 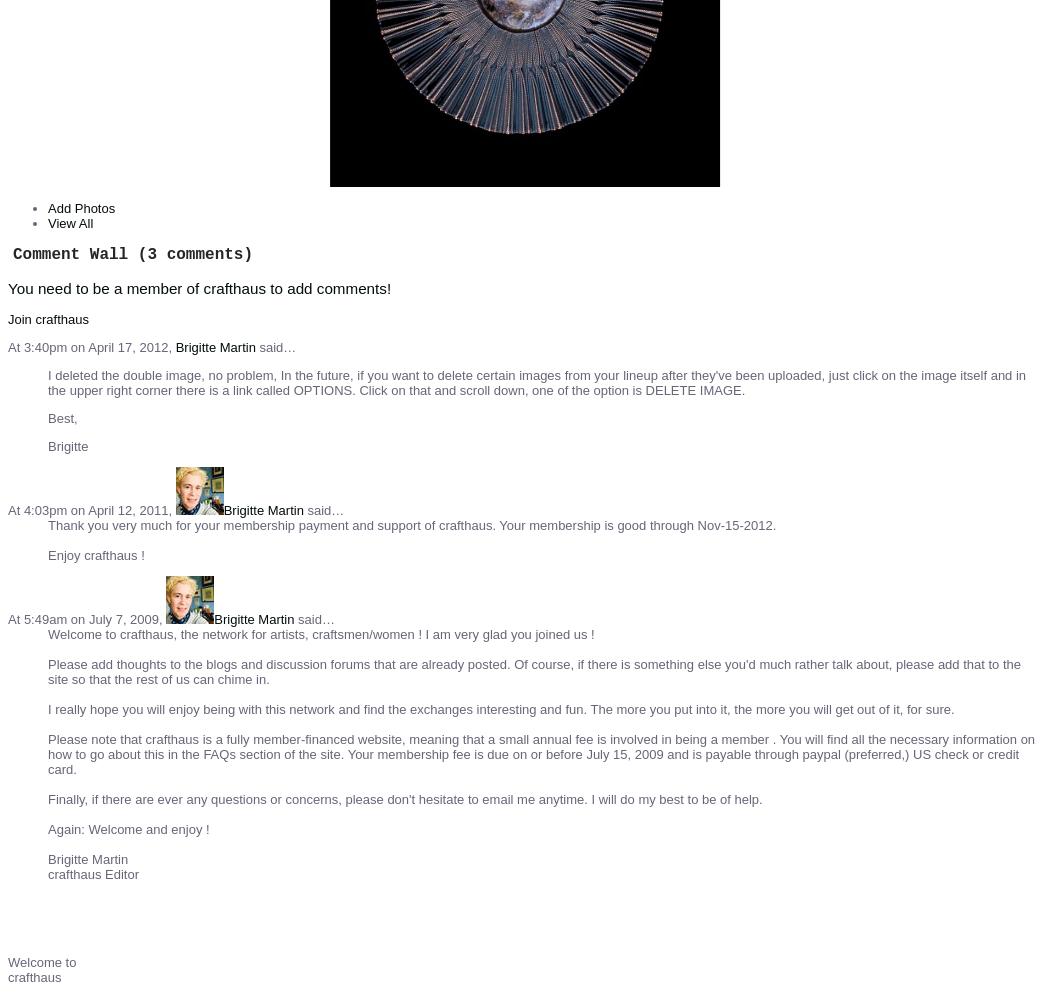 I want to click on 'Again: Welcome and enjoy !', so click(x=127, y=828).